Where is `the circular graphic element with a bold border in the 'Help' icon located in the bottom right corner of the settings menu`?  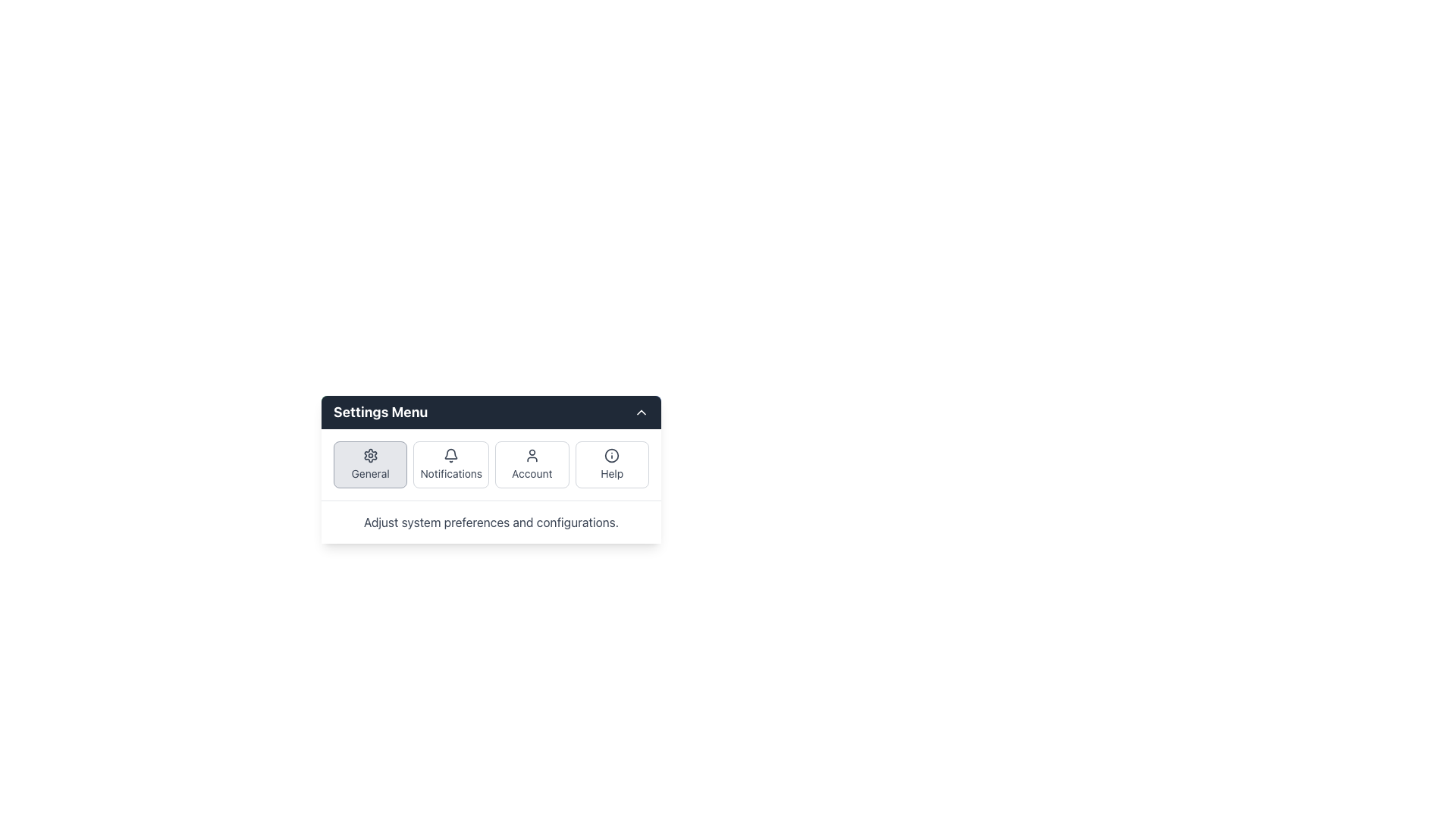 the circular graphic element with a bold border in the 'Help' icon located in the bottom right corner of the settings menu is located at coordinates (612, 455).